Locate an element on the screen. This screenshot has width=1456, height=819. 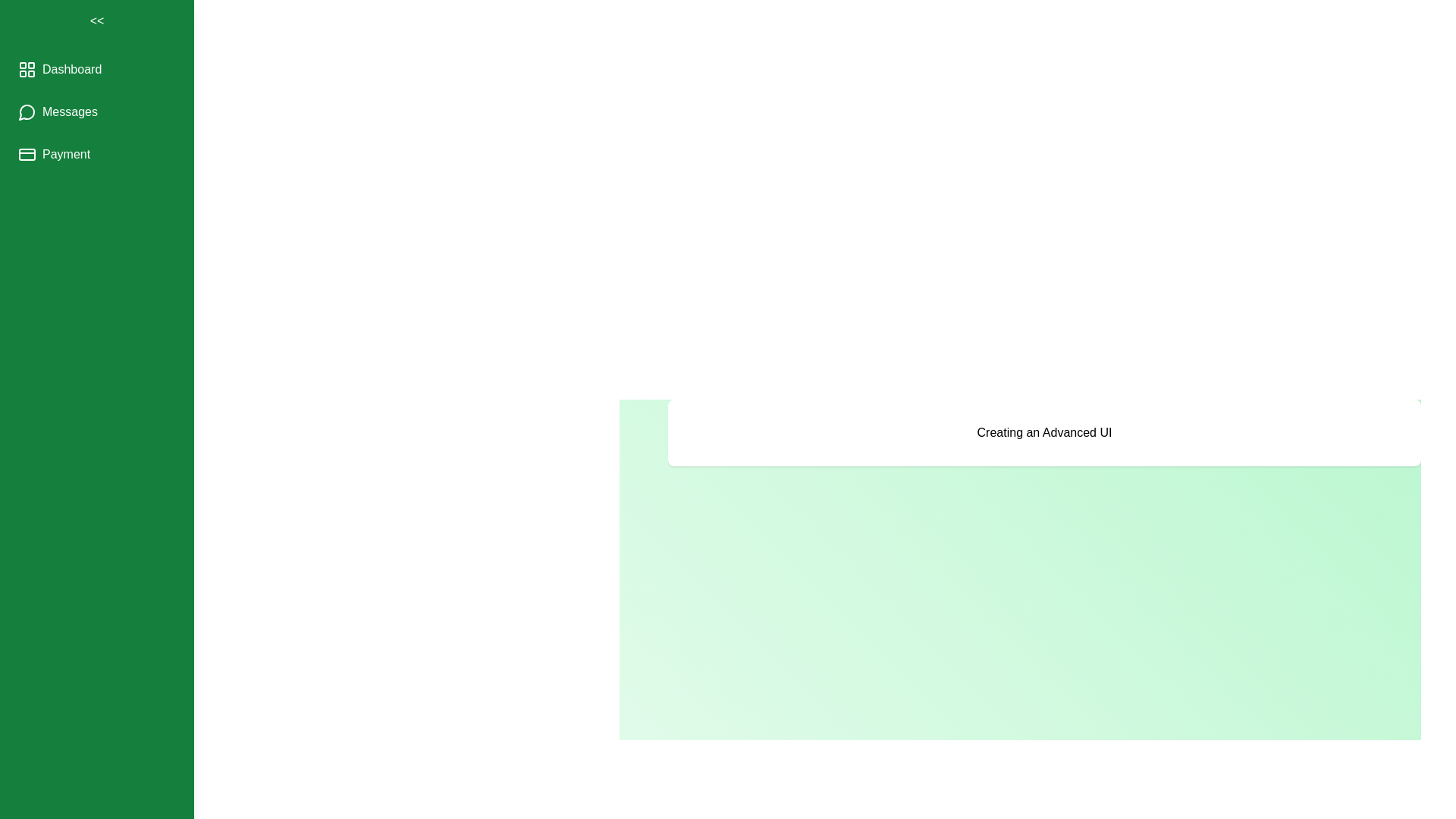
the 'Messages' menu item in the vertical sidebar with a green background is located at coordinates (96, 111).